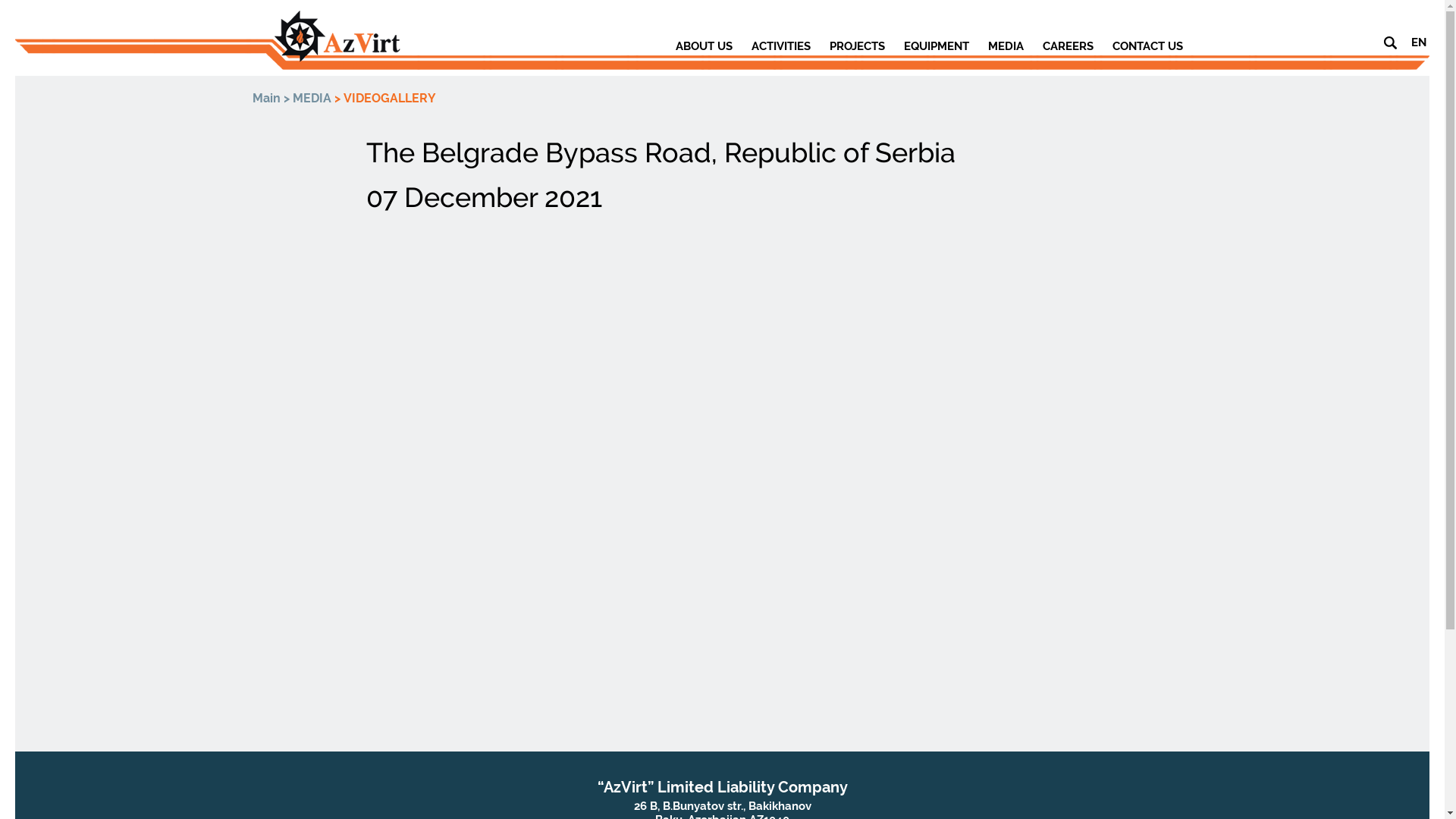 This screenshot has height=819, width=1456. I want to click on 'CAREERS', so click(1066, 45).